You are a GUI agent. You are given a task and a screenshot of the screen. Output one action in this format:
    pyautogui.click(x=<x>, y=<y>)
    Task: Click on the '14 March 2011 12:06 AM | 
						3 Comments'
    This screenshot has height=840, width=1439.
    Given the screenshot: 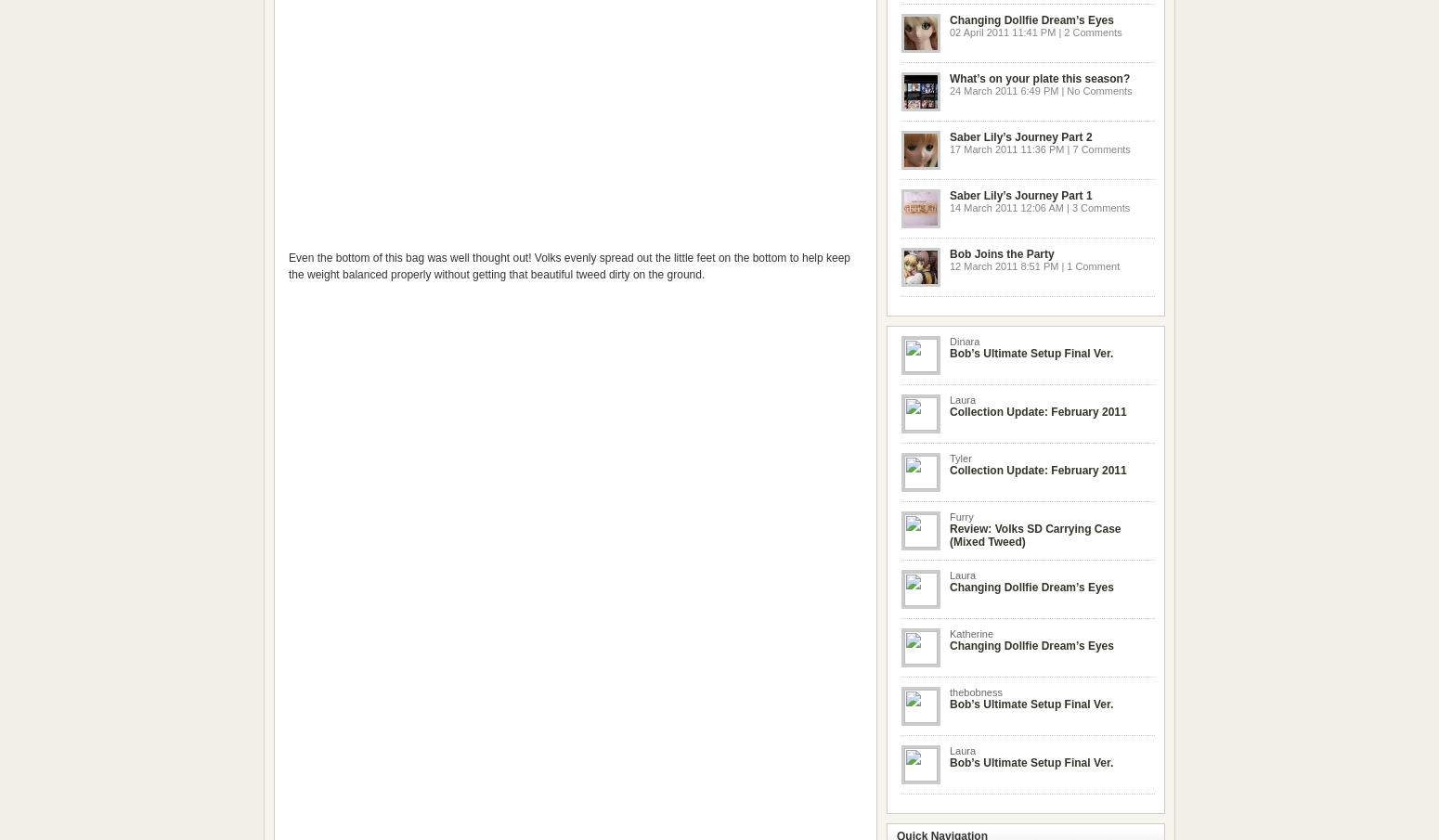 What is the action you would take?
    pyautogui.click(x=950, y=206)
    